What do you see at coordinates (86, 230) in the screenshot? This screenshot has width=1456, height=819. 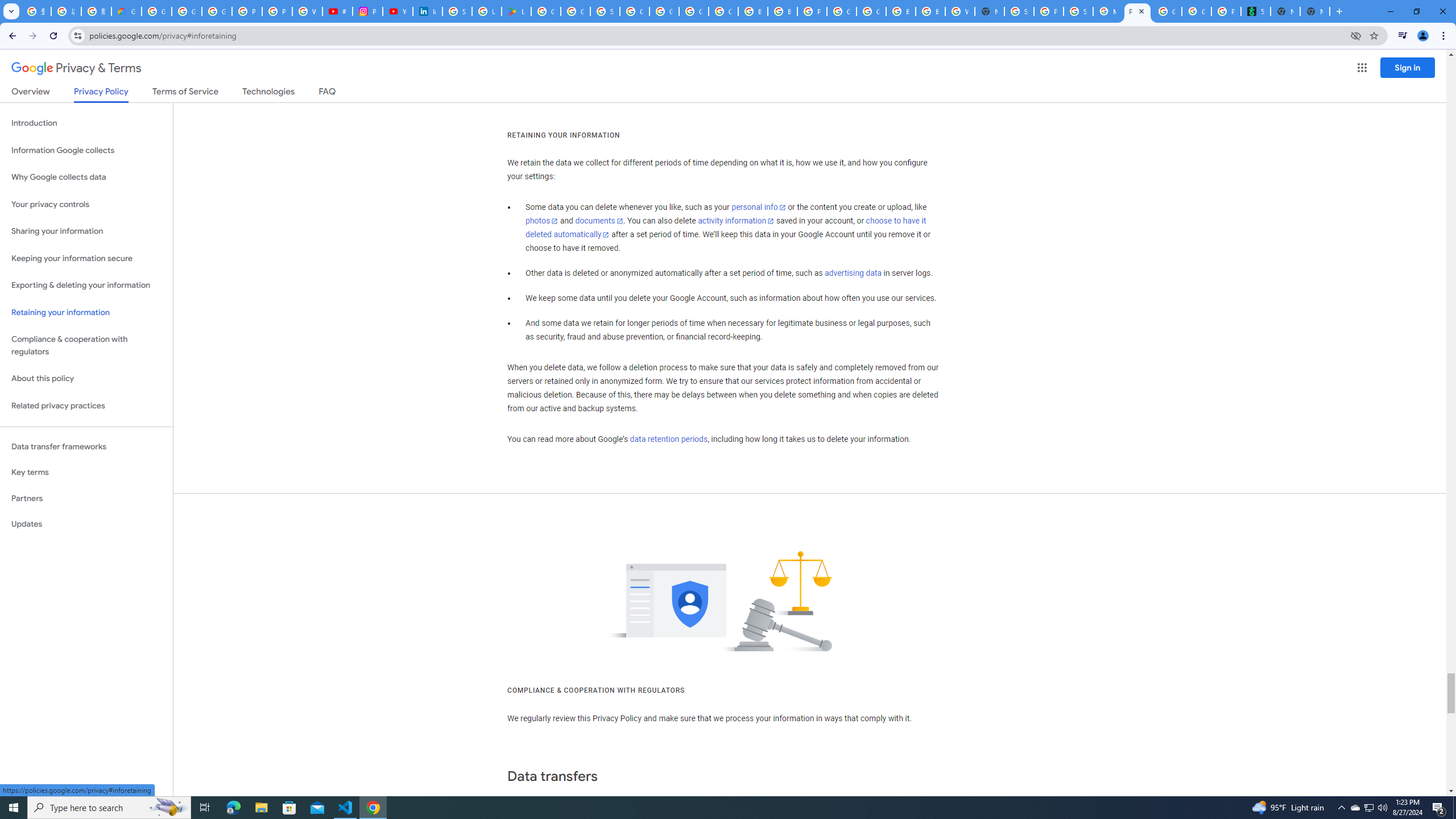 I see `'Sharing your information'` at bounding box center [86, 230].